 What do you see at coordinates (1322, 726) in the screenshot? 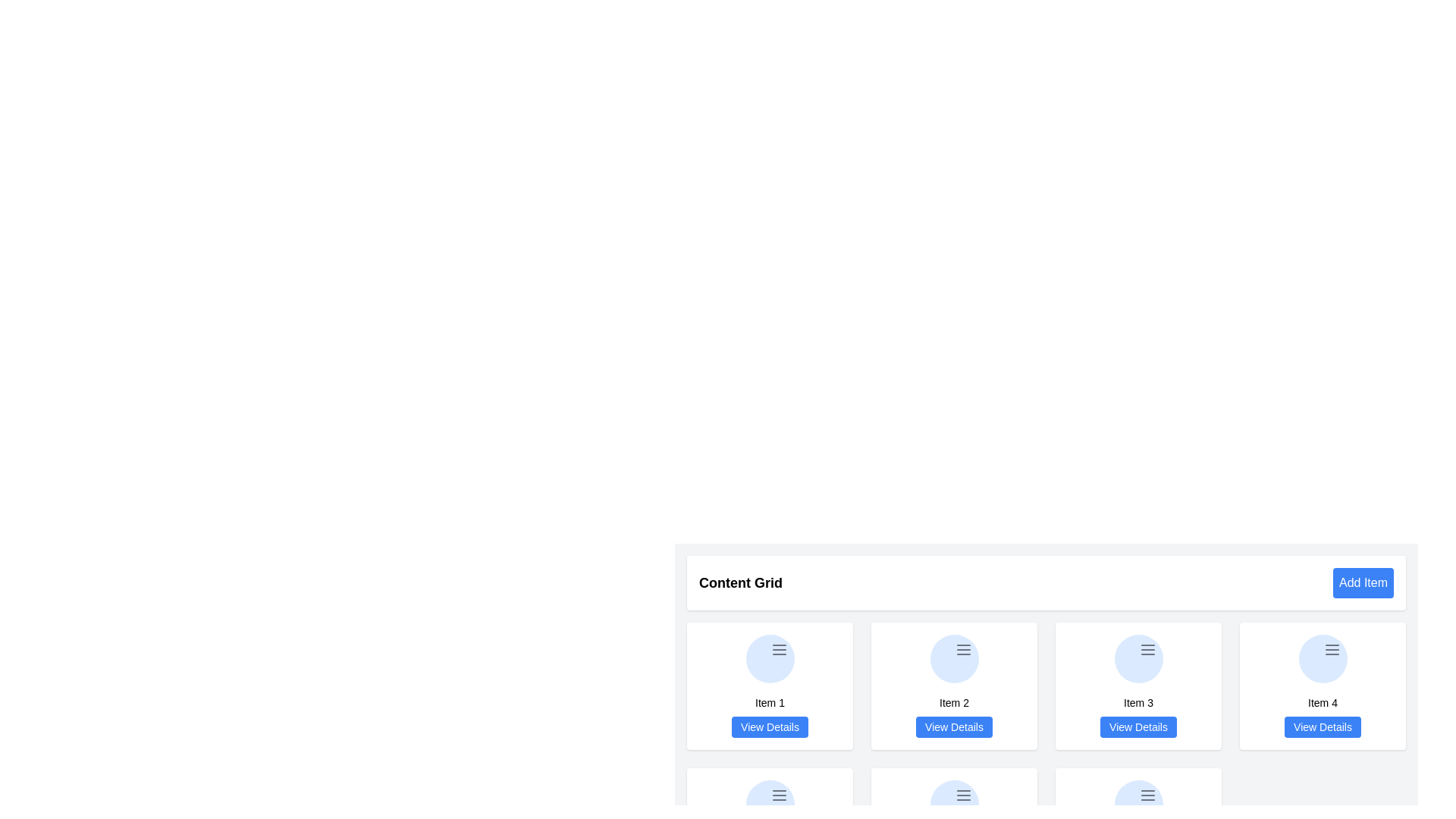
I see `the button located at the bottom of the 'Item 4' card in the grid layout` at bounding box center [1322, 726].